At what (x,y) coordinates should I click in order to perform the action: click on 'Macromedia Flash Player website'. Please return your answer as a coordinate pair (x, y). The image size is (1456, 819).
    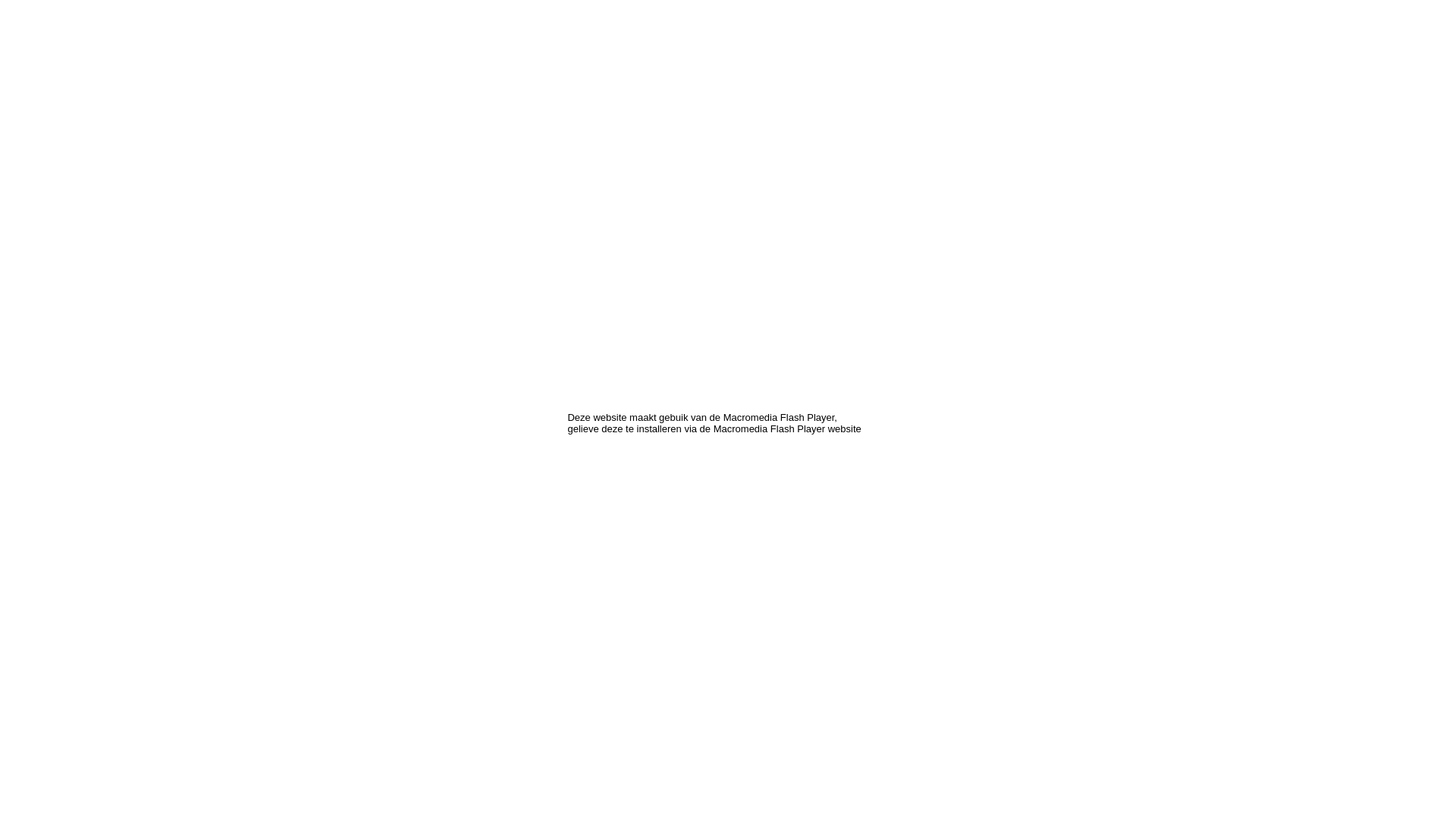
    Looking at the image, I should click on (787, 428).